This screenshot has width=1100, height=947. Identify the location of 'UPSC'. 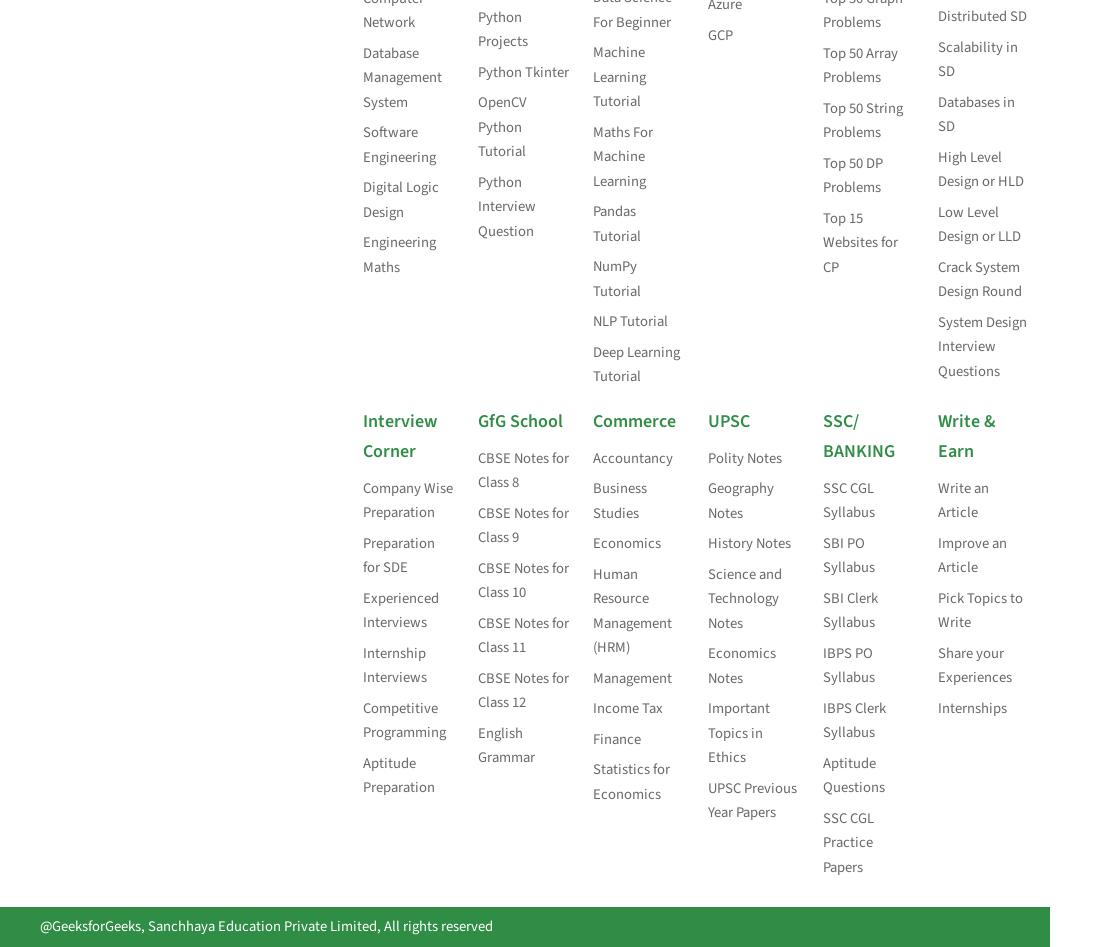
(727, 420).